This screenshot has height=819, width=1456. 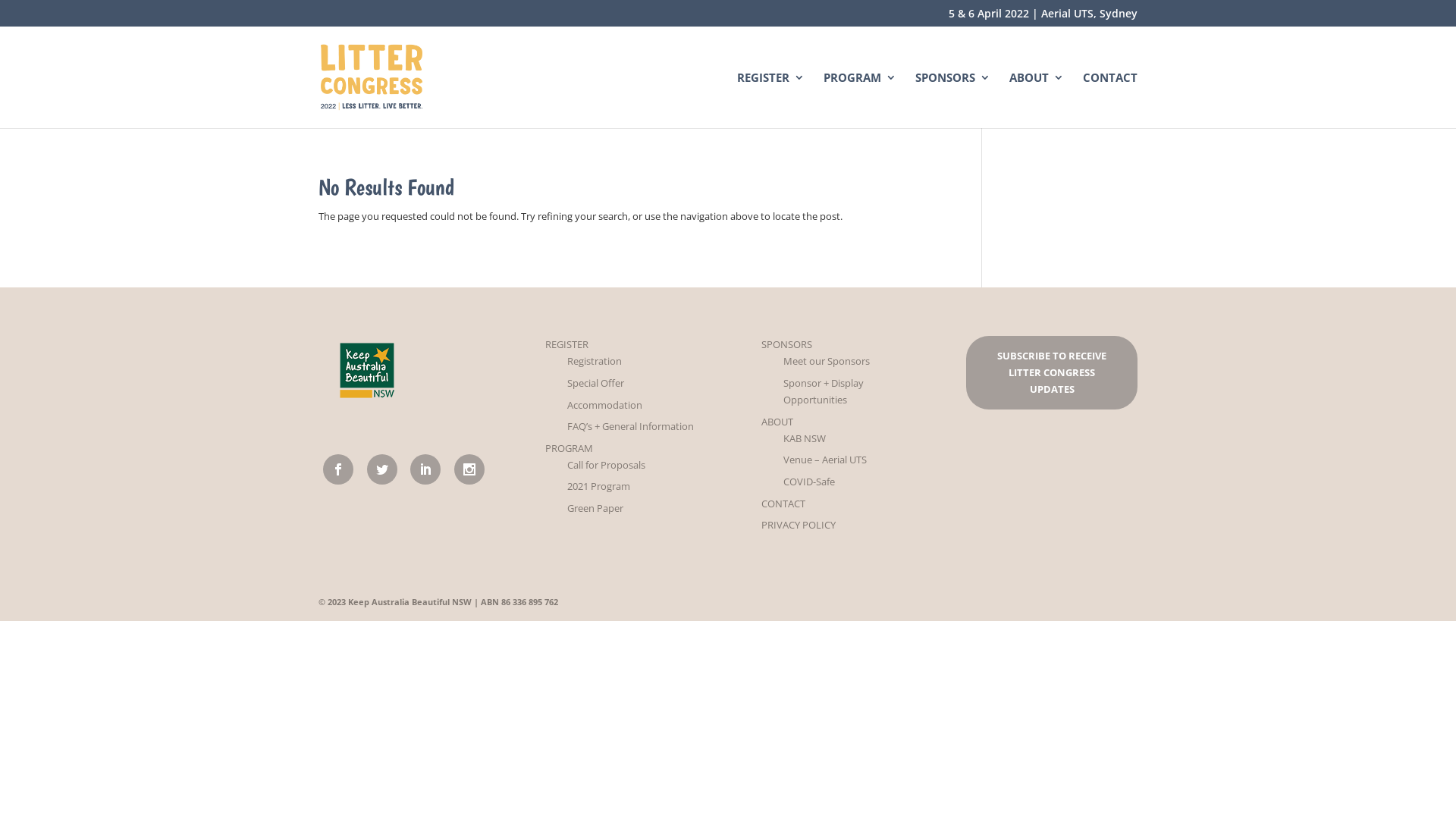 What do you see at coordinates (777, 421) in the screenshot?
I see `'ABOUT'` at bounding box center [777, 421].